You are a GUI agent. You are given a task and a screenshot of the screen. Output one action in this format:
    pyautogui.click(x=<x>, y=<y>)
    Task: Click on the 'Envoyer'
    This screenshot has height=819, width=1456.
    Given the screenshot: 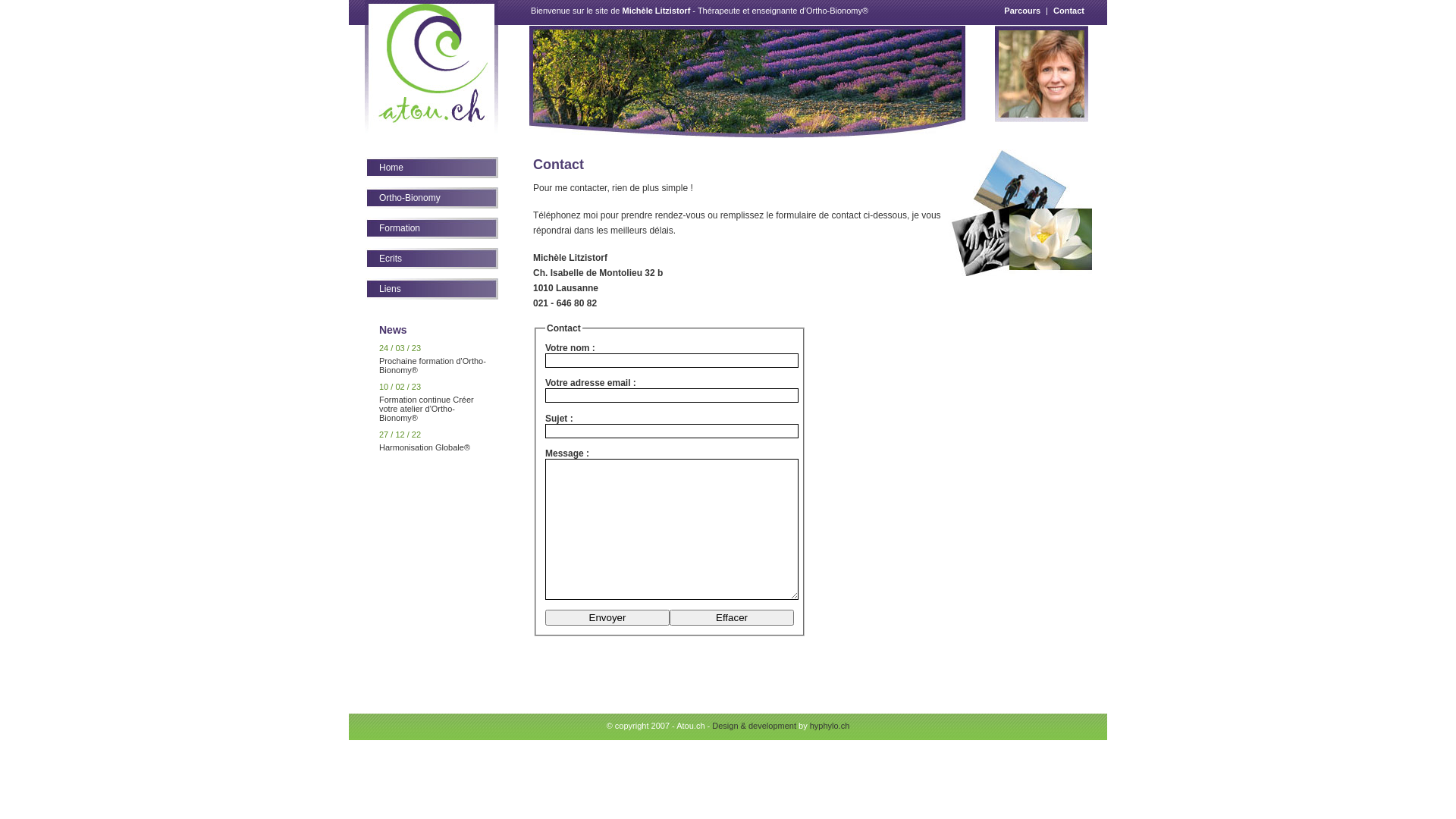 What is the action you would take?
    pyautogui.click(x=607, y=617)
    